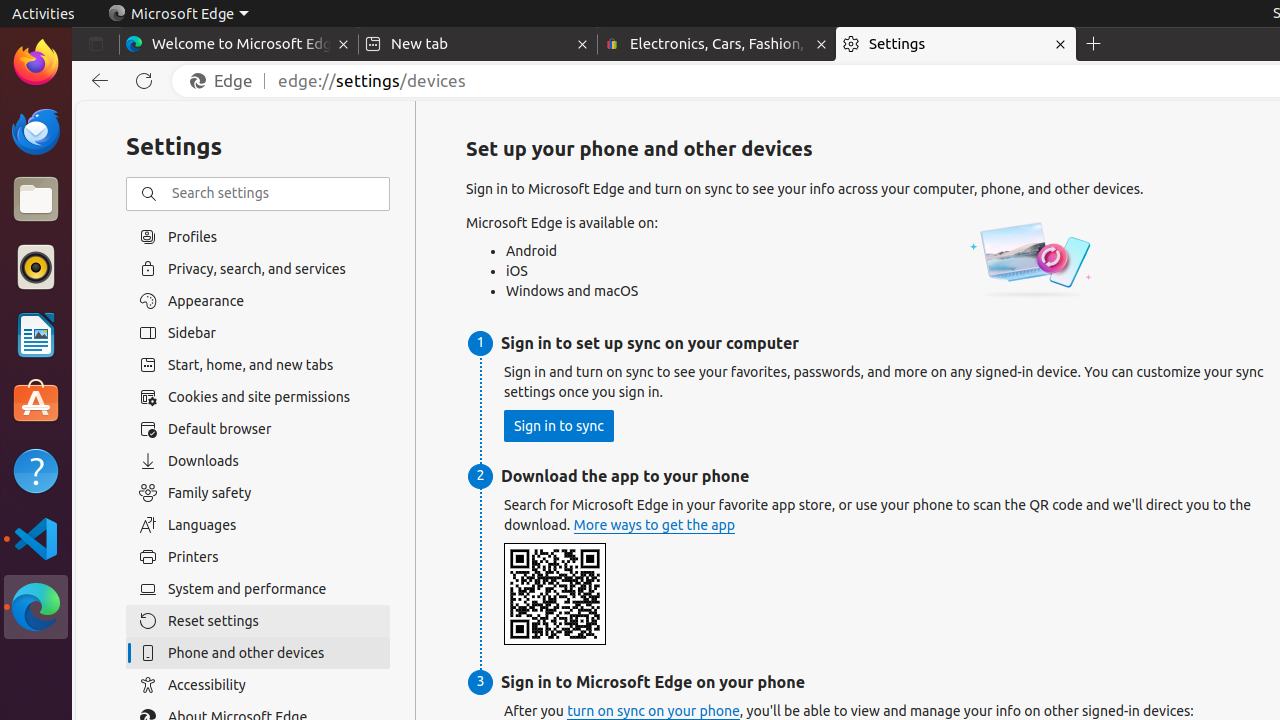 This screenshot has width=1280, height=720. Describe the element at coordinates (257, 461) in the screenshot. I see `'Downloads'` at that location.